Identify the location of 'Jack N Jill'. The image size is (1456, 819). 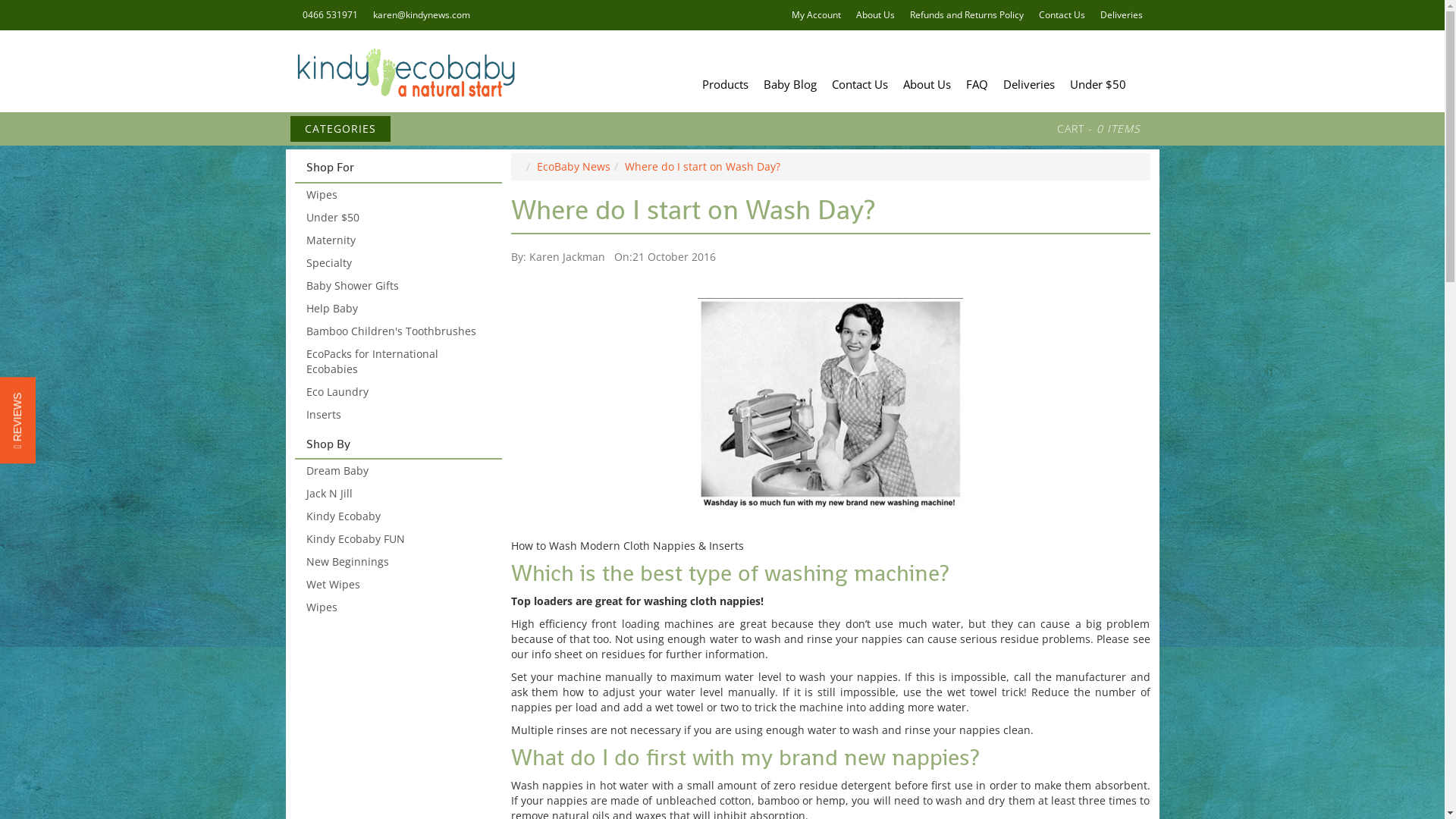
(397, 494).